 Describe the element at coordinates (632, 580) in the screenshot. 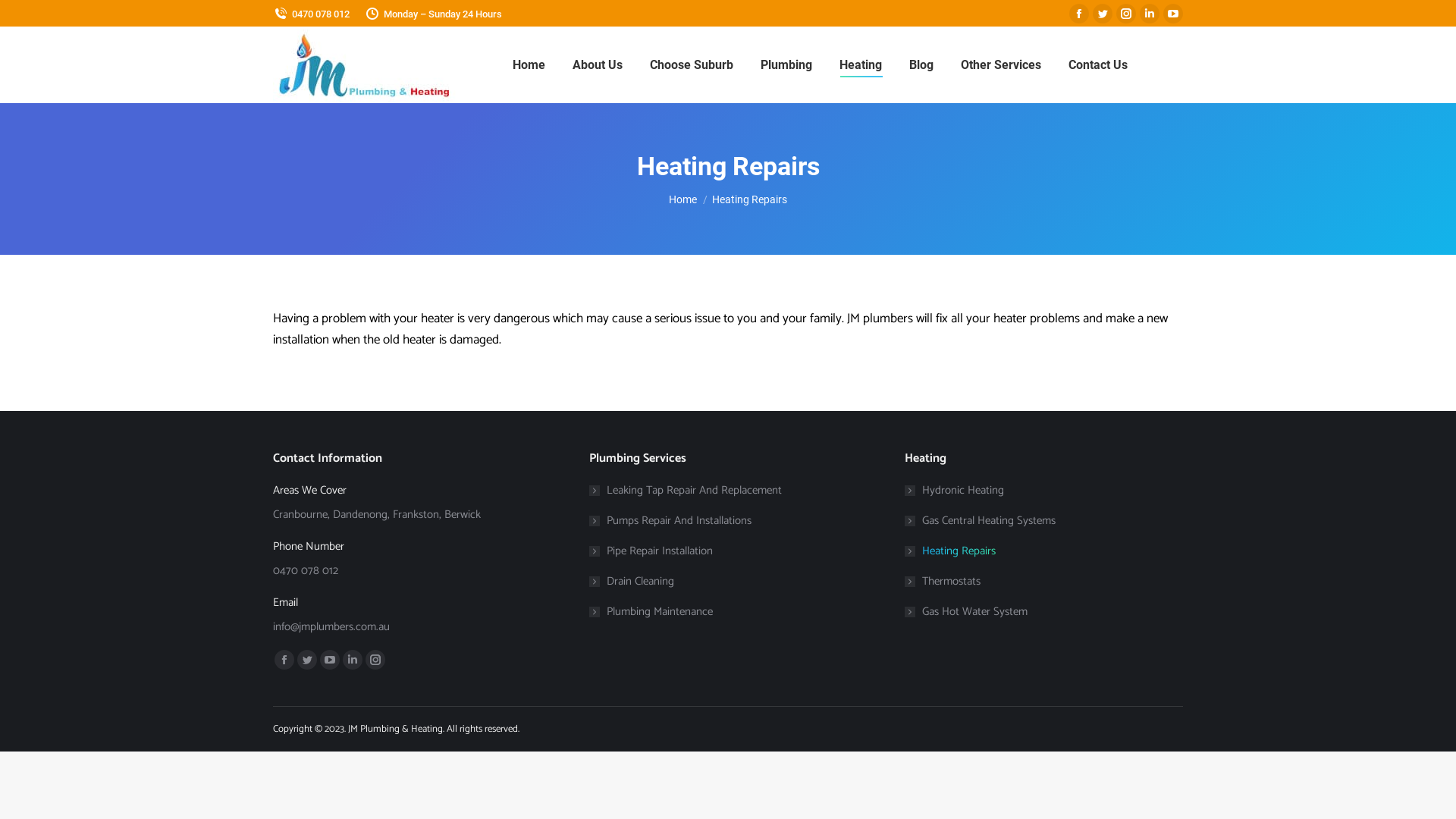

I see `'Drain Cleaning'` at that location.